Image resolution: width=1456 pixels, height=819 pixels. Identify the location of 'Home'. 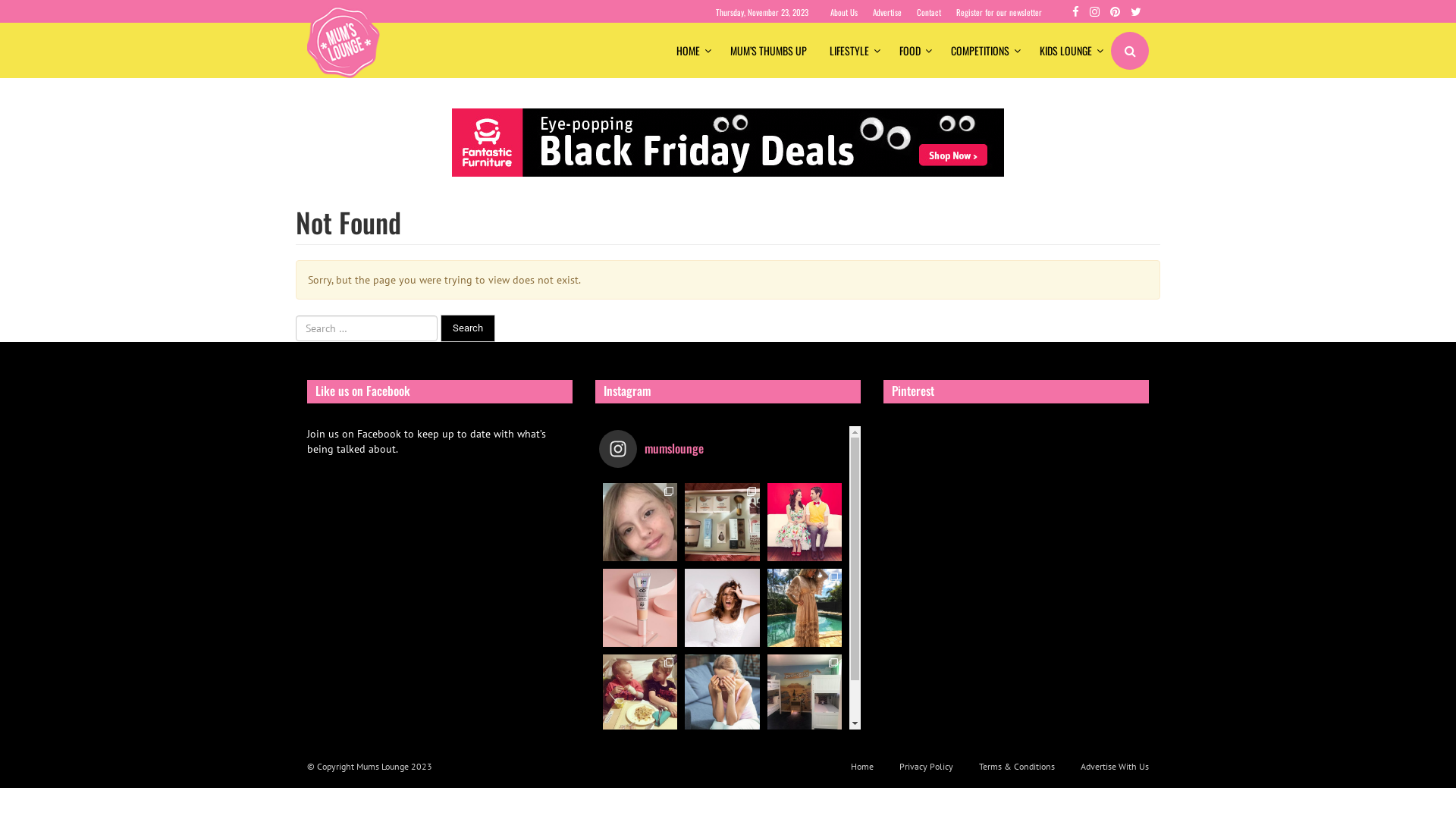
(862, 766).